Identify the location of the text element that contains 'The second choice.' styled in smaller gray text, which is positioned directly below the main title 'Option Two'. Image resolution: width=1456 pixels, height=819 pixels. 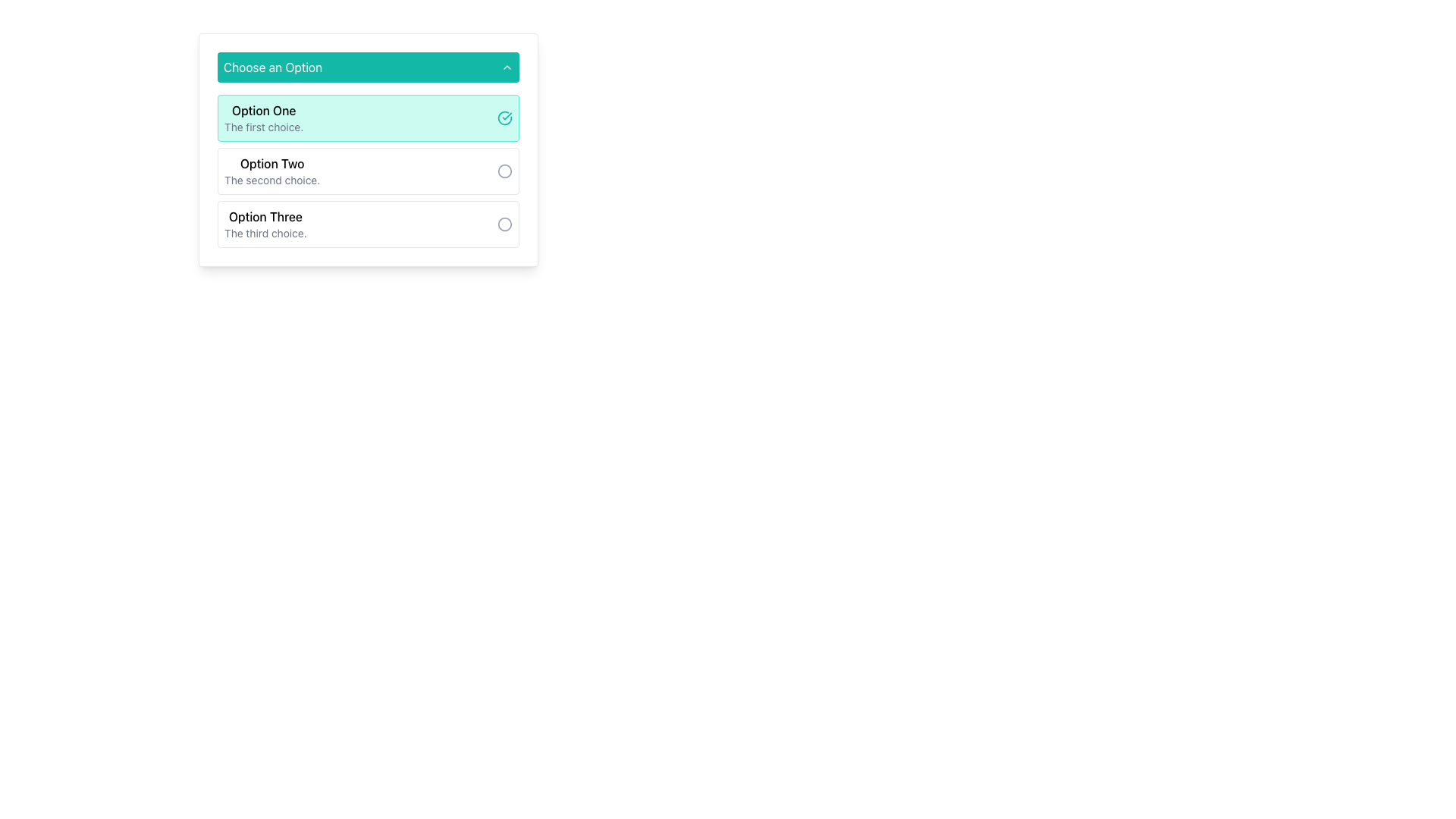
(272, 180).